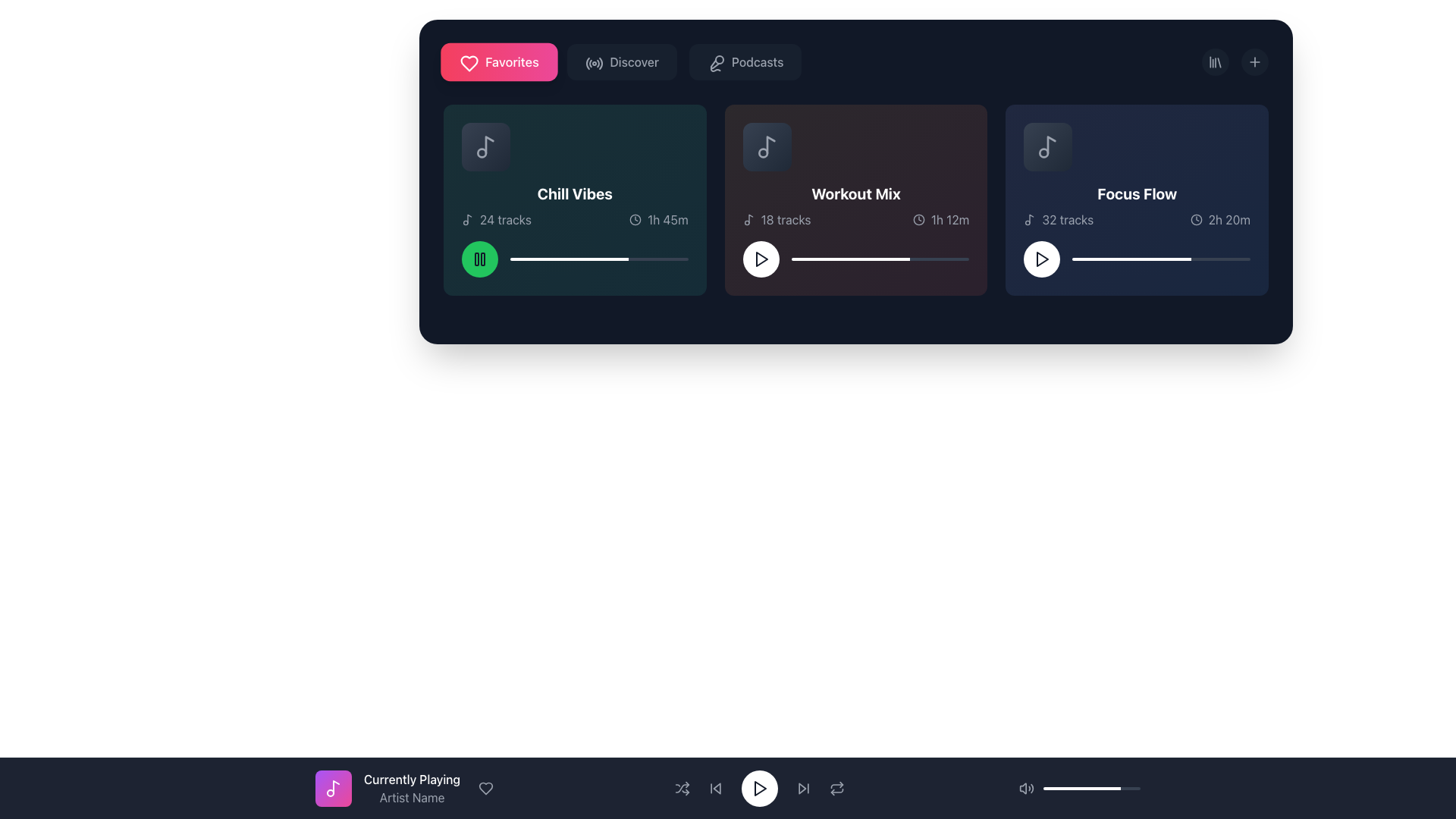  What do you see at coordinates (412, 780) in the screenshot?
I see `the text label displaying 'Currently Playing', which is prominently styled in bold white font against a dark background, located in the bottom center of the media control bar` at bounding box center [412, 780].